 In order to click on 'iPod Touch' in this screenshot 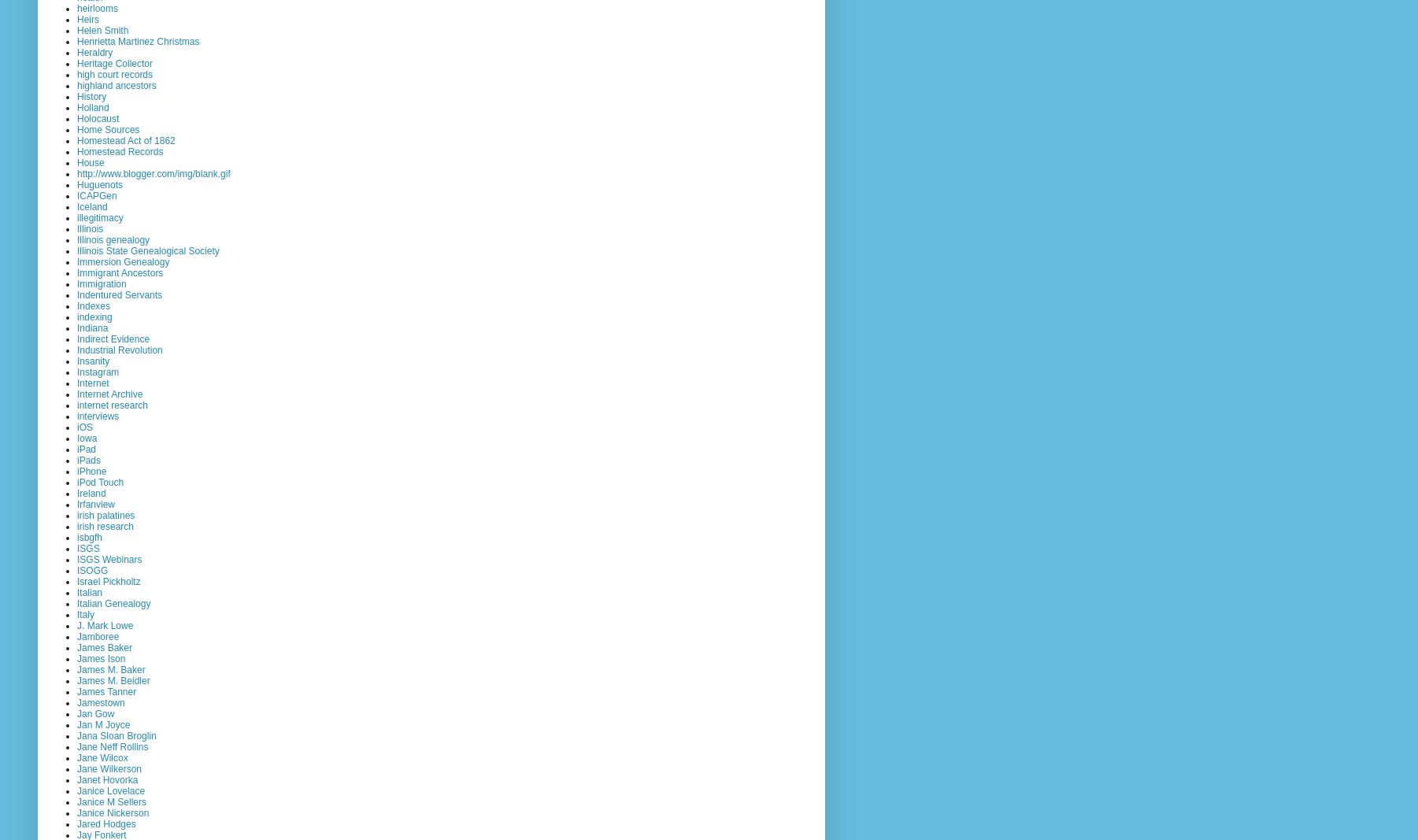, I will do `click(100, 482)`.